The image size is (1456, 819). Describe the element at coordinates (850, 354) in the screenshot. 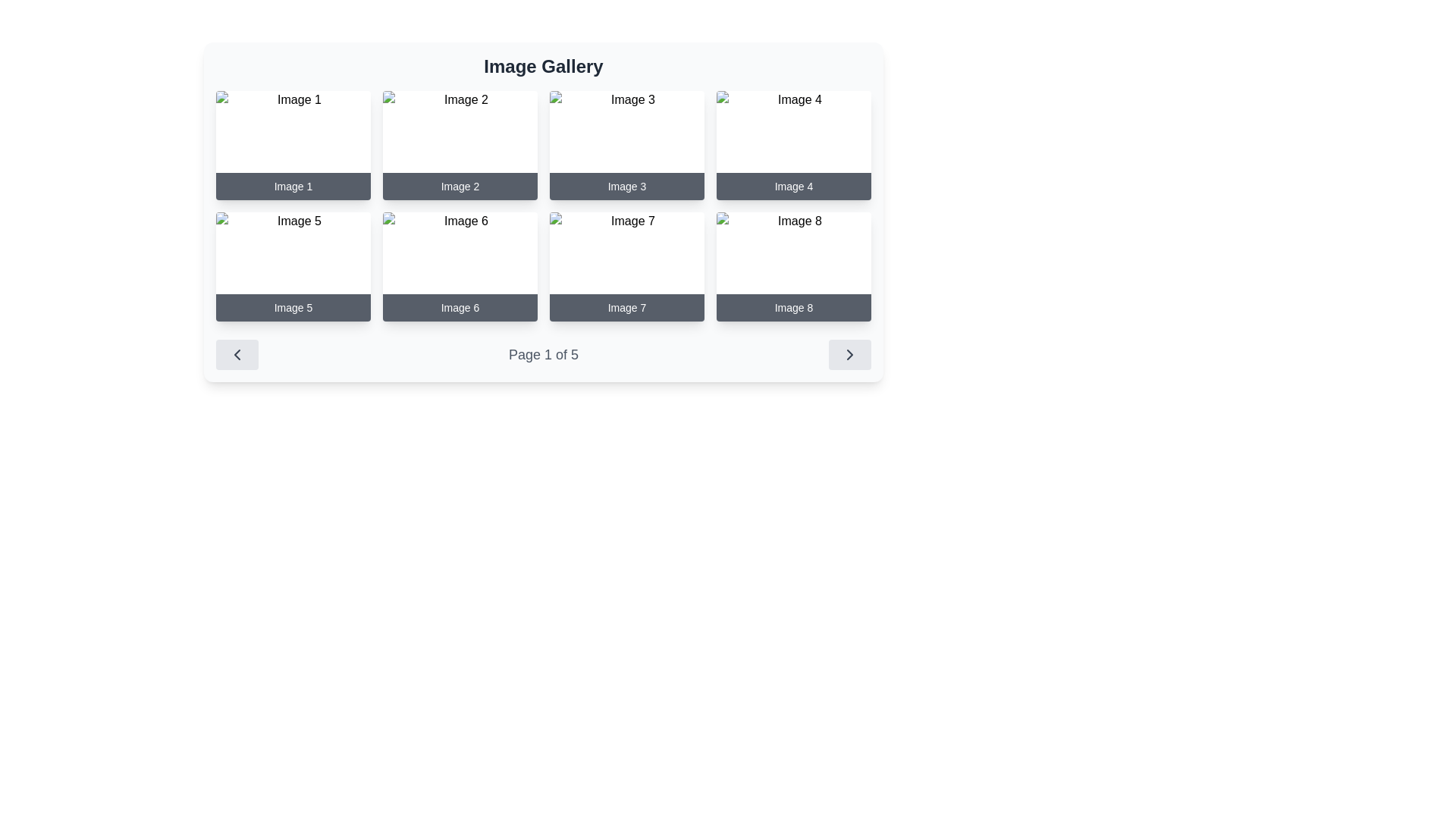

I see `the forward pagination chevron icon located in the bottom-right corner of the interface to observe interactive effects` at that location.